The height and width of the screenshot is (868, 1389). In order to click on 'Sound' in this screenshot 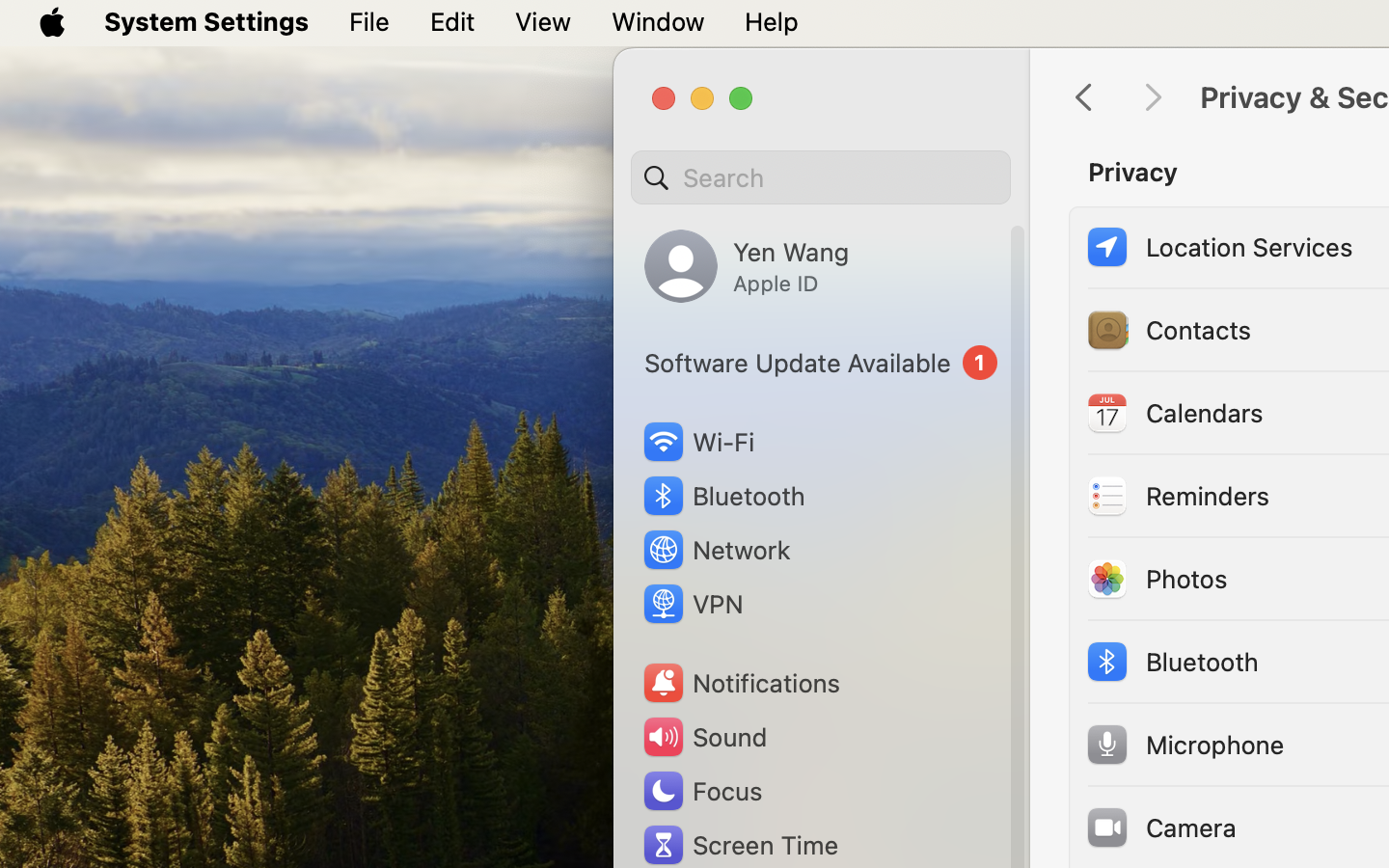, I will do `click(702, 736)`.